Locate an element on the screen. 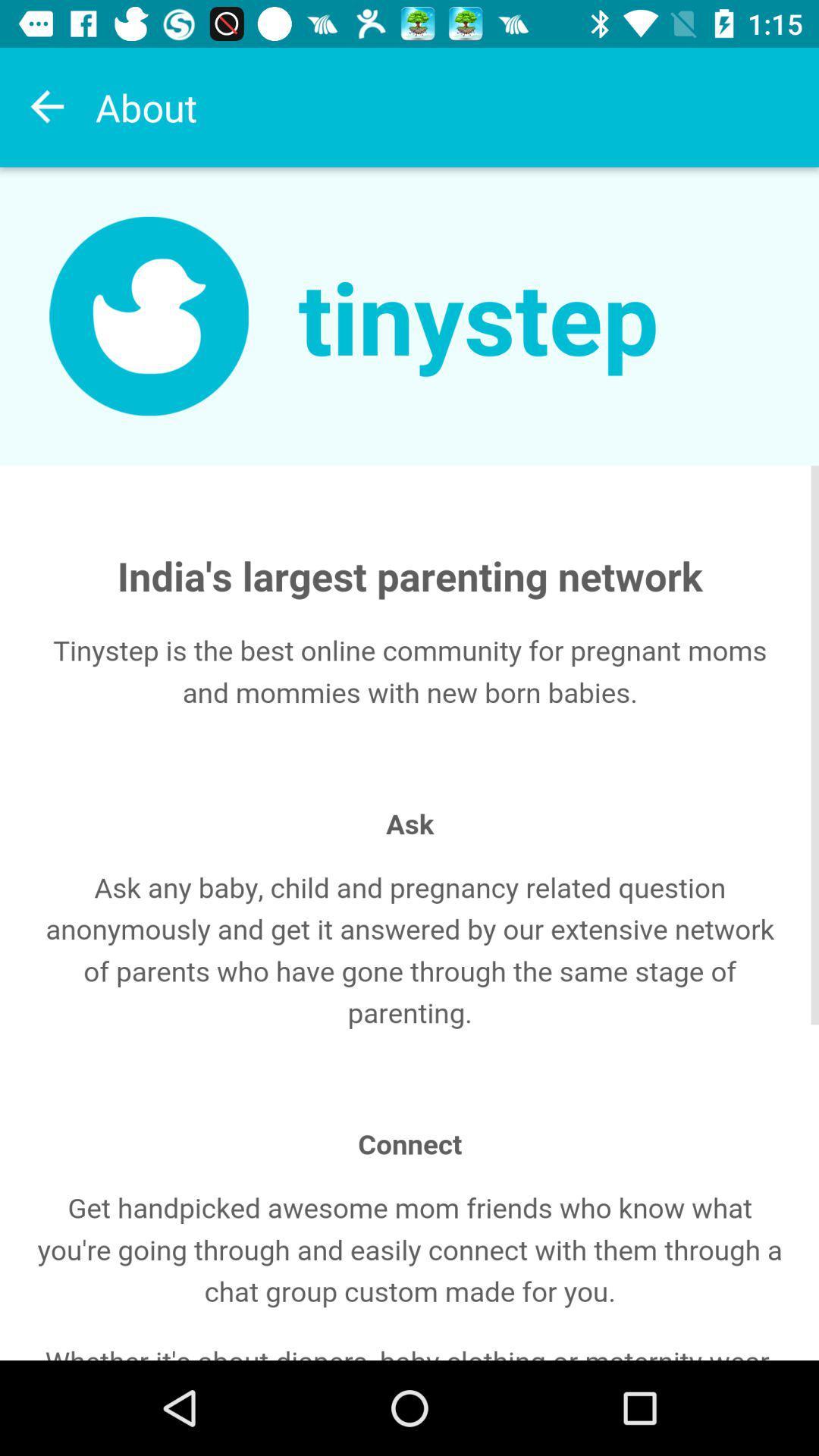 This screenshot has width=819, height=1456. previous is located at coordinates (46, 106).